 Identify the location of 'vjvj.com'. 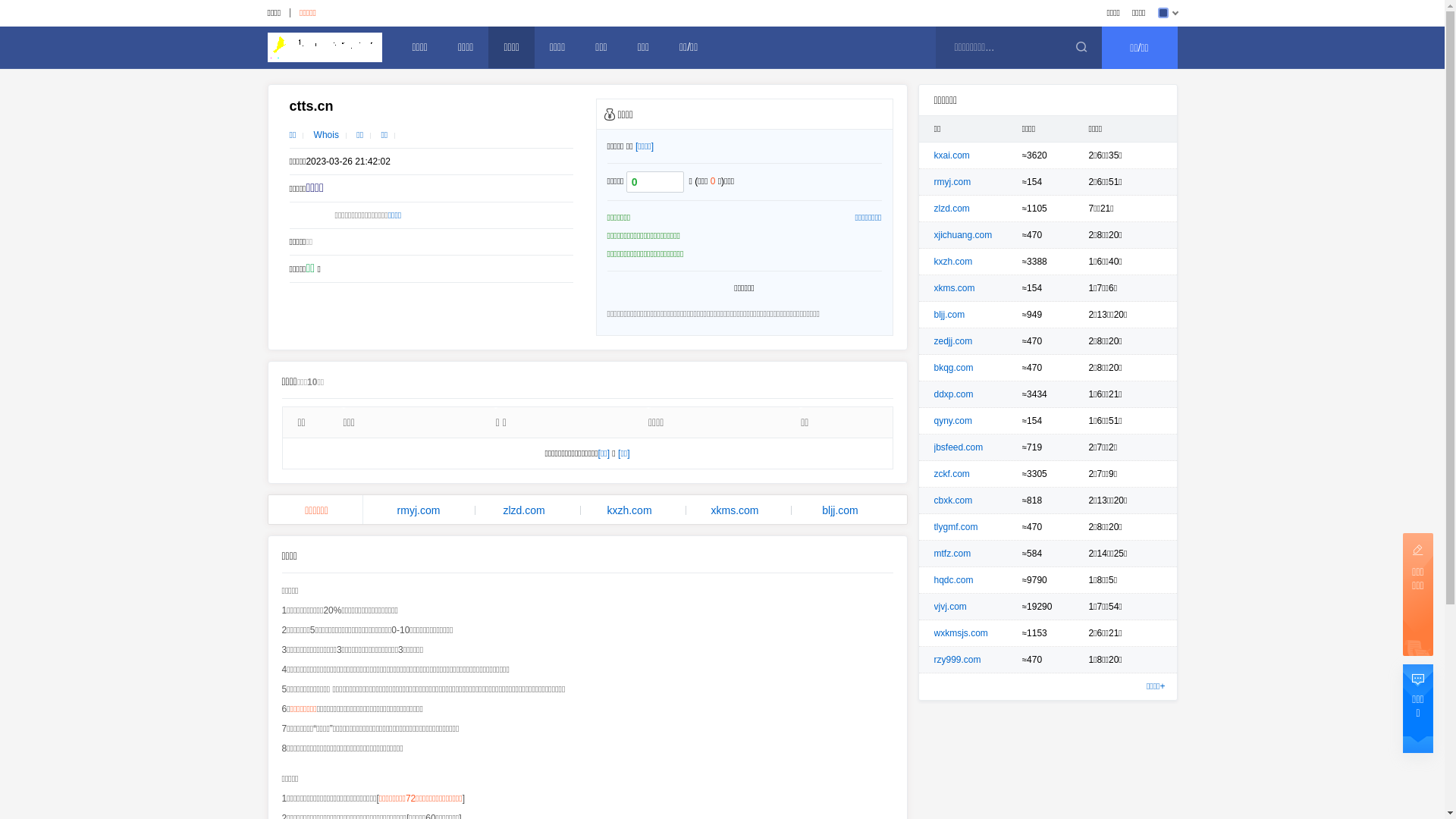
(934, 605).